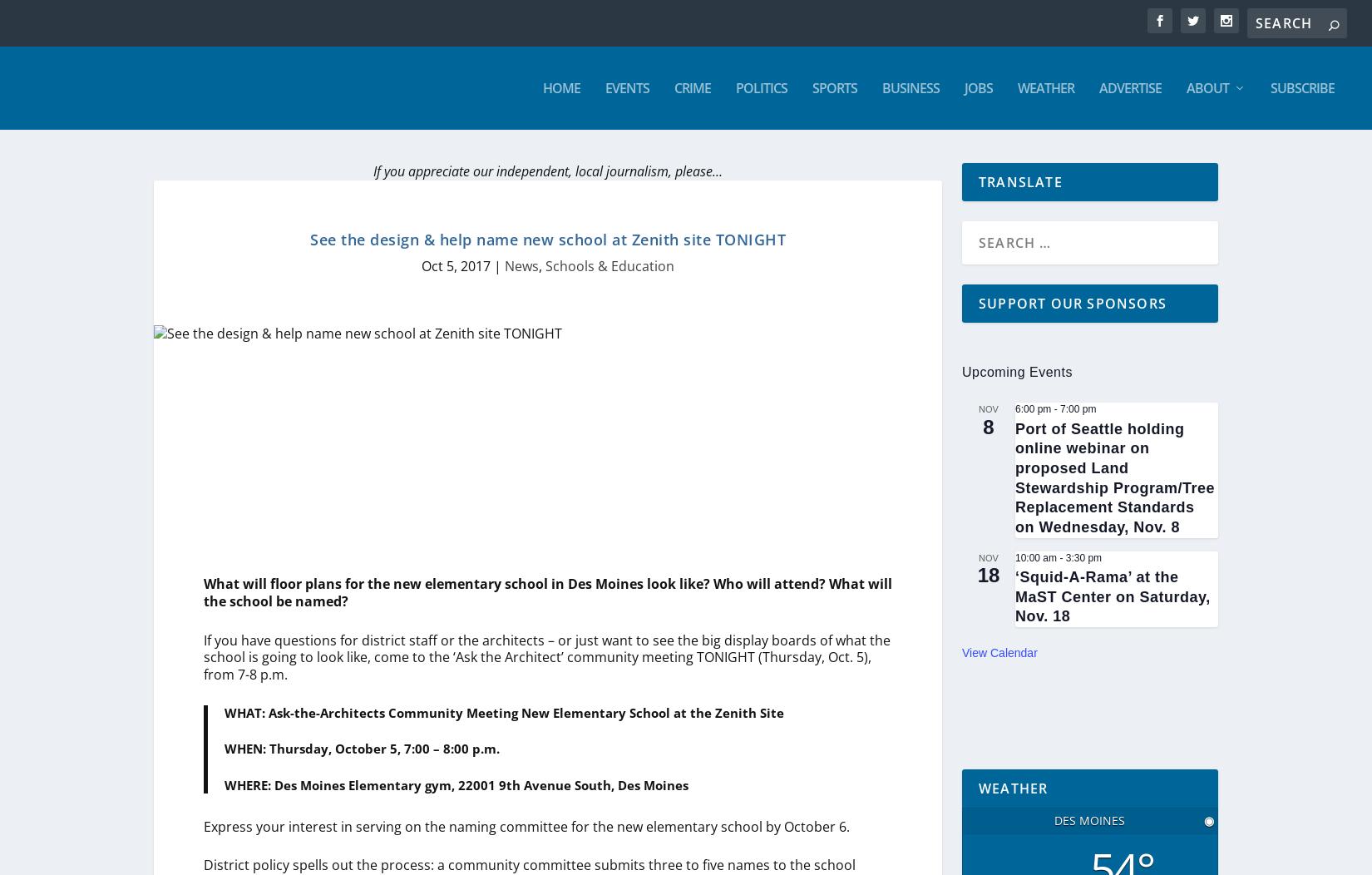 This screenshot has width=1372, height=875. Describe the element at coordinates (1111, 596) in the screenshot. I see `'‘Squid-A-Rama’ at the MaST Center on Saturday, Nov. 18'` at that location.